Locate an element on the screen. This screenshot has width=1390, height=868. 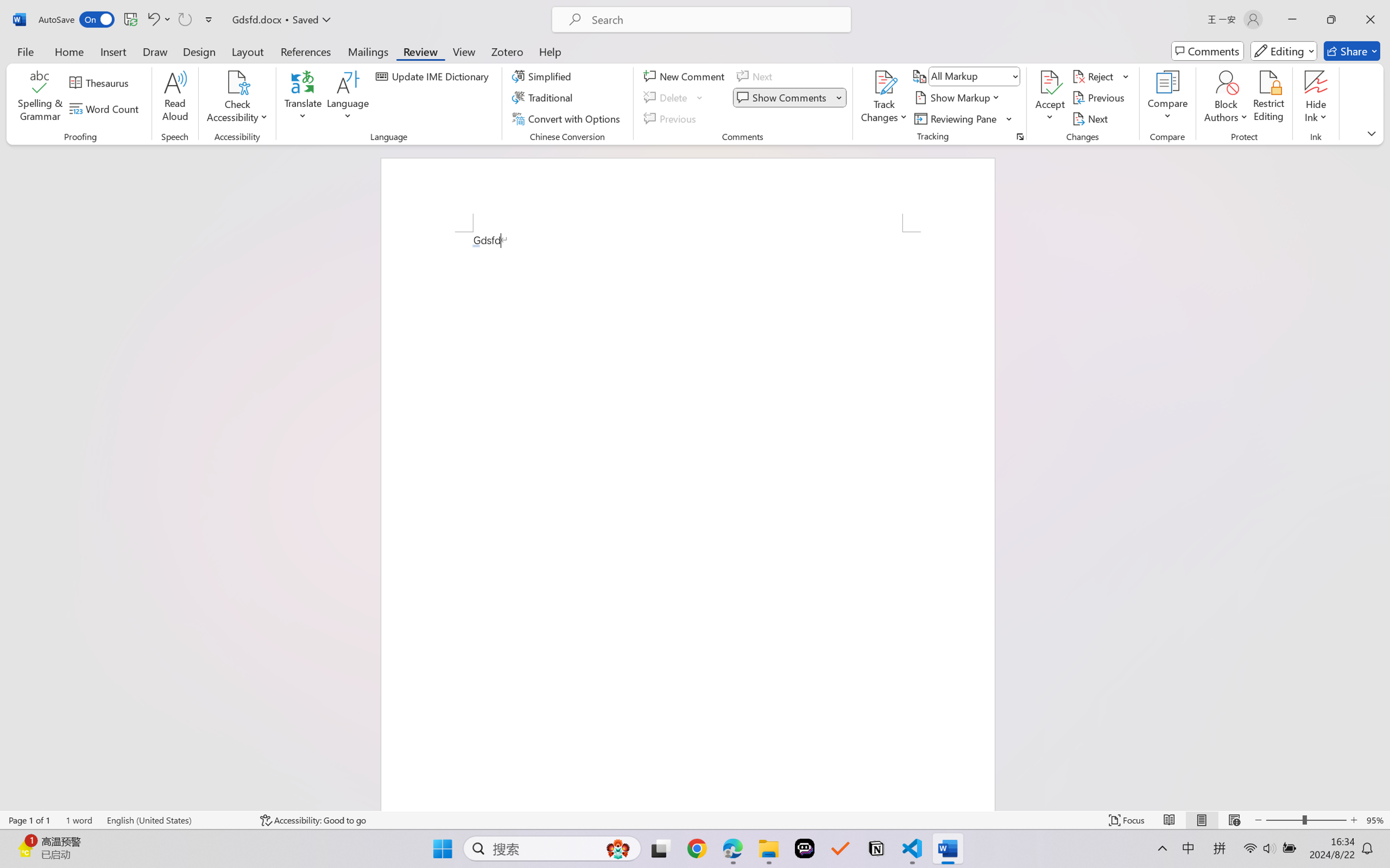
'Hide Ink' is located at coordinates (1316, 98).